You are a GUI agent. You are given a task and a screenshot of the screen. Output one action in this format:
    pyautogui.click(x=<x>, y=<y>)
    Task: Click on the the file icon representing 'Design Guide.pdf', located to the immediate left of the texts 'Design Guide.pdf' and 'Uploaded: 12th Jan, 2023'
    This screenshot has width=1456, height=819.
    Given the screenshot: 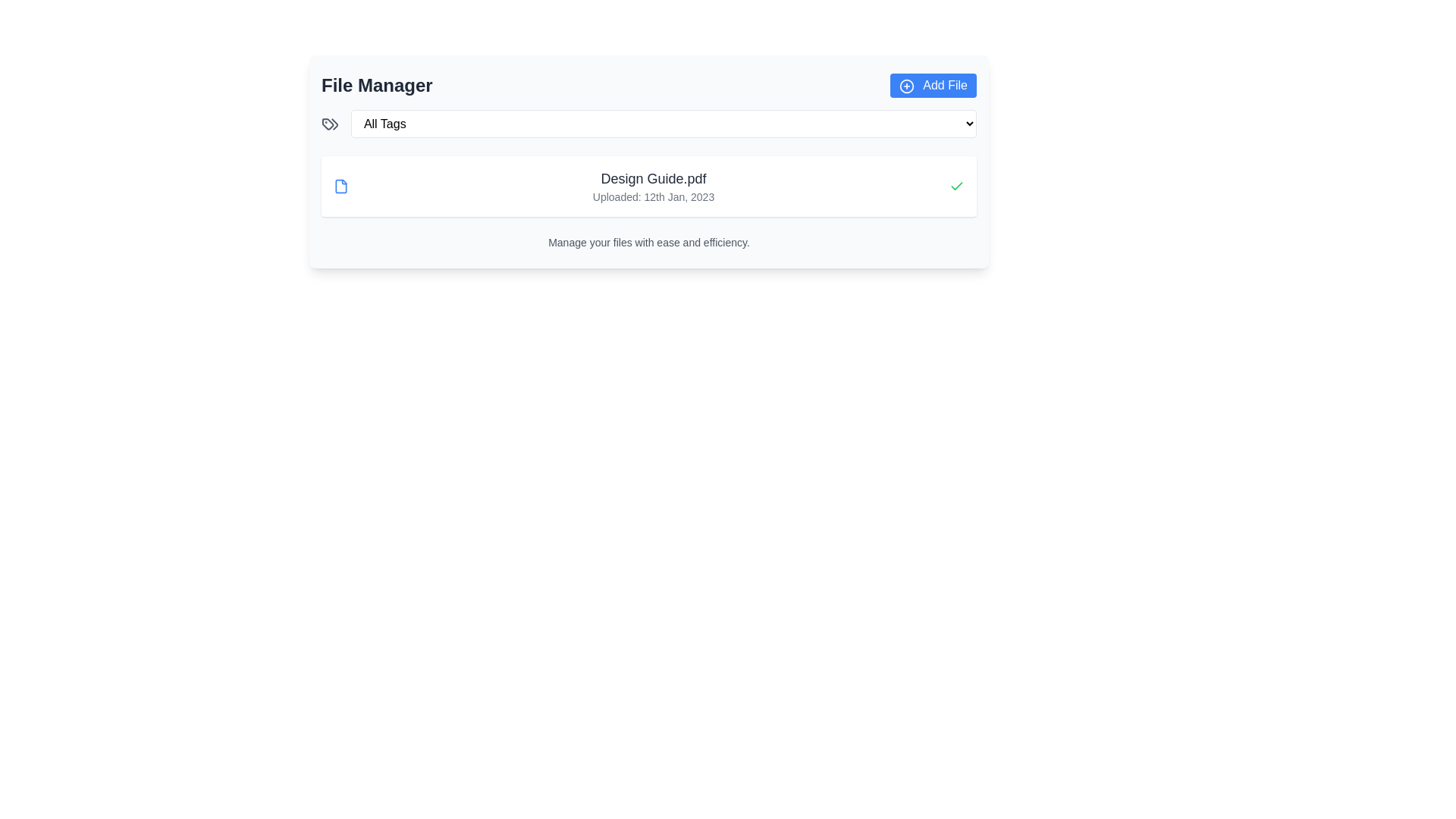 What is the action you would take?
    pyautogui.click(x=340, y=186)
    